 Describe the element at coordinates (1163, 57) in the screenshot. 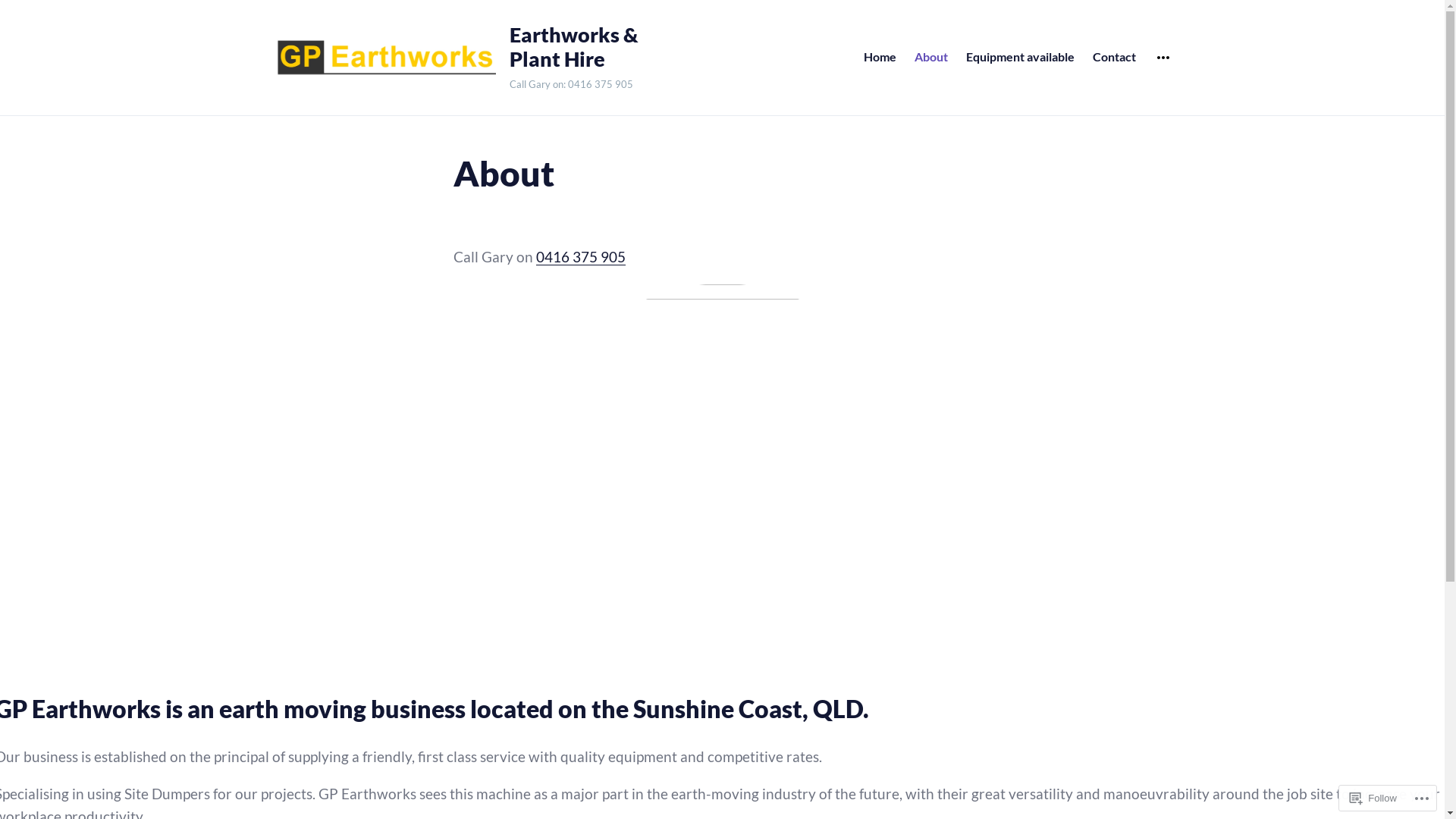

I see `'MORE'` at that location.